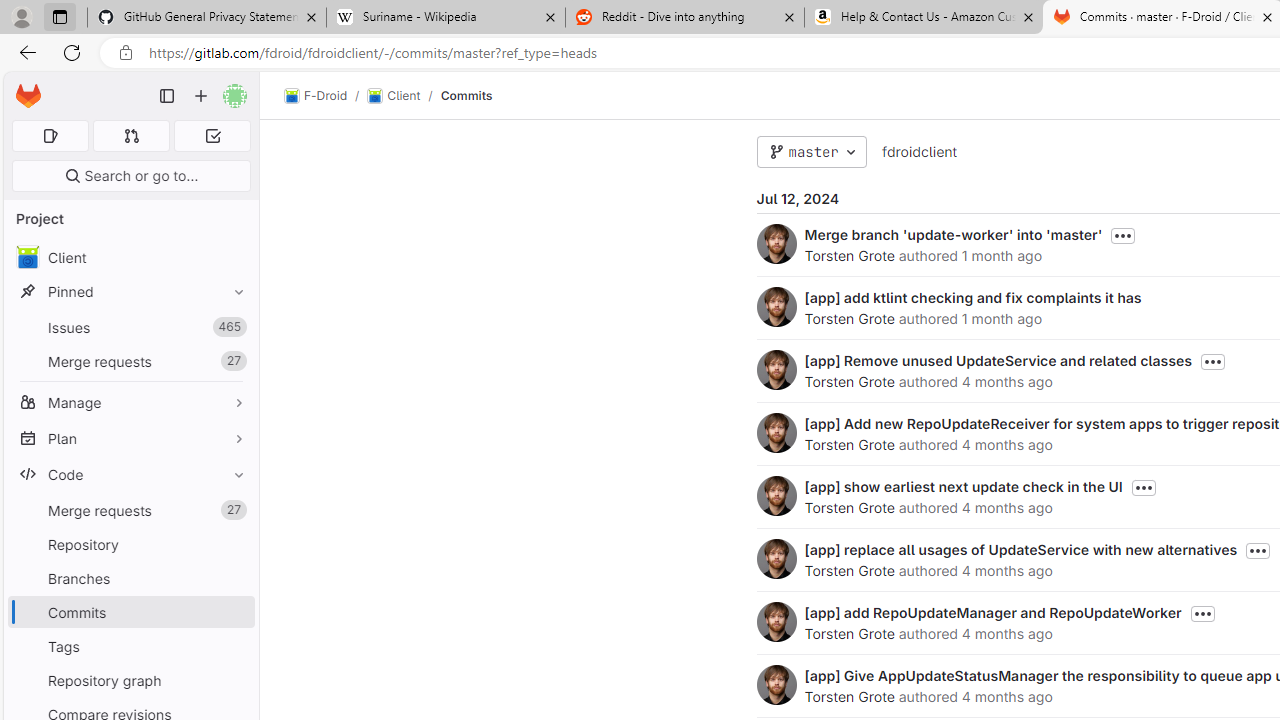 The image size is (1280, 720). What do you see at coordinates (130, 437) in the screenshot?
I see `'Plan'` at bounding box center [130, 437].